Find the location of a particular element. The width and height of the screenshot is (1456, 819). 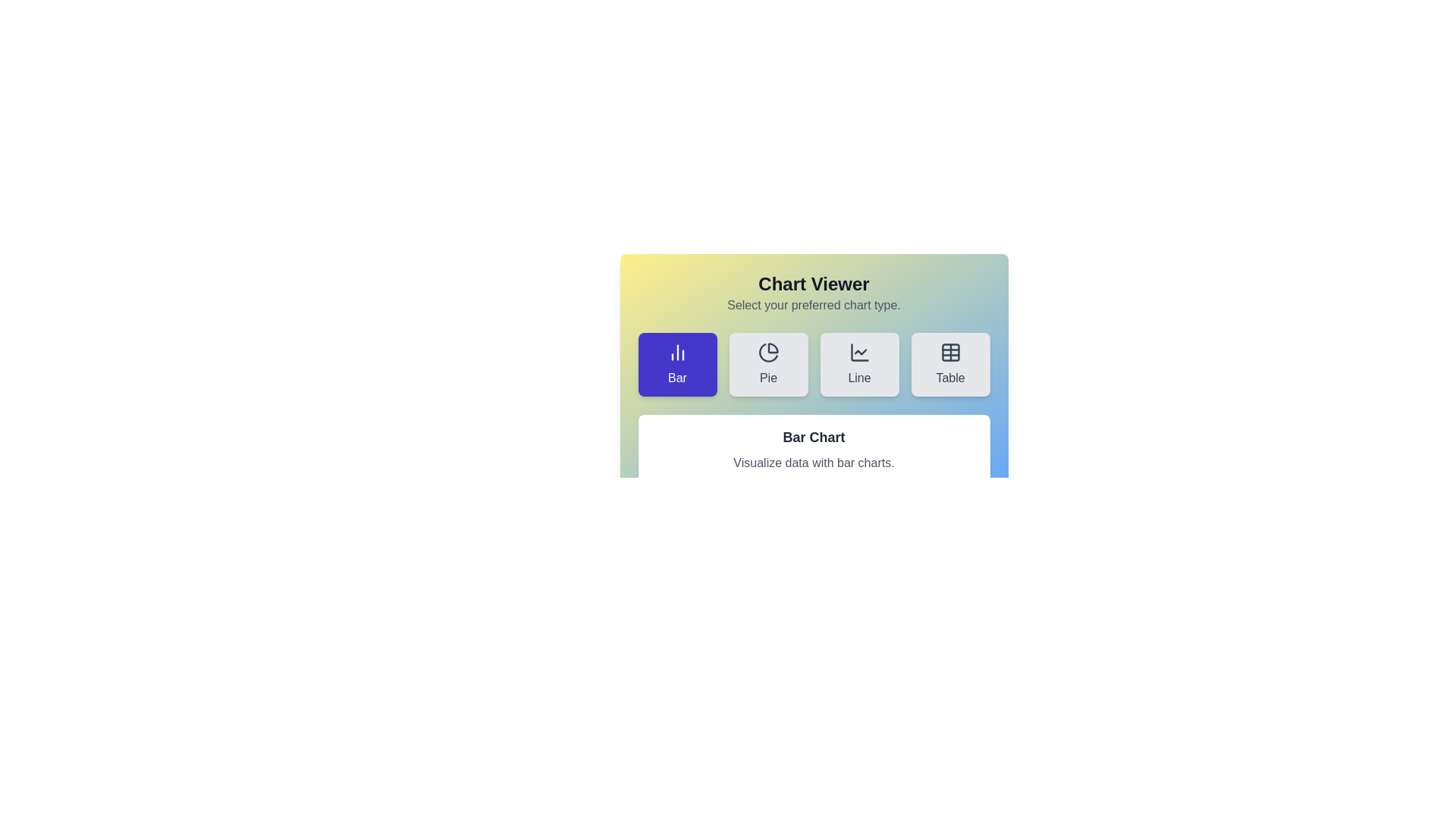

the line chart icon, which is the topmost graphic icon within the 'Line' option box, positioned between 'Pie' and 'Table' options is located at coordinates (859, 353).